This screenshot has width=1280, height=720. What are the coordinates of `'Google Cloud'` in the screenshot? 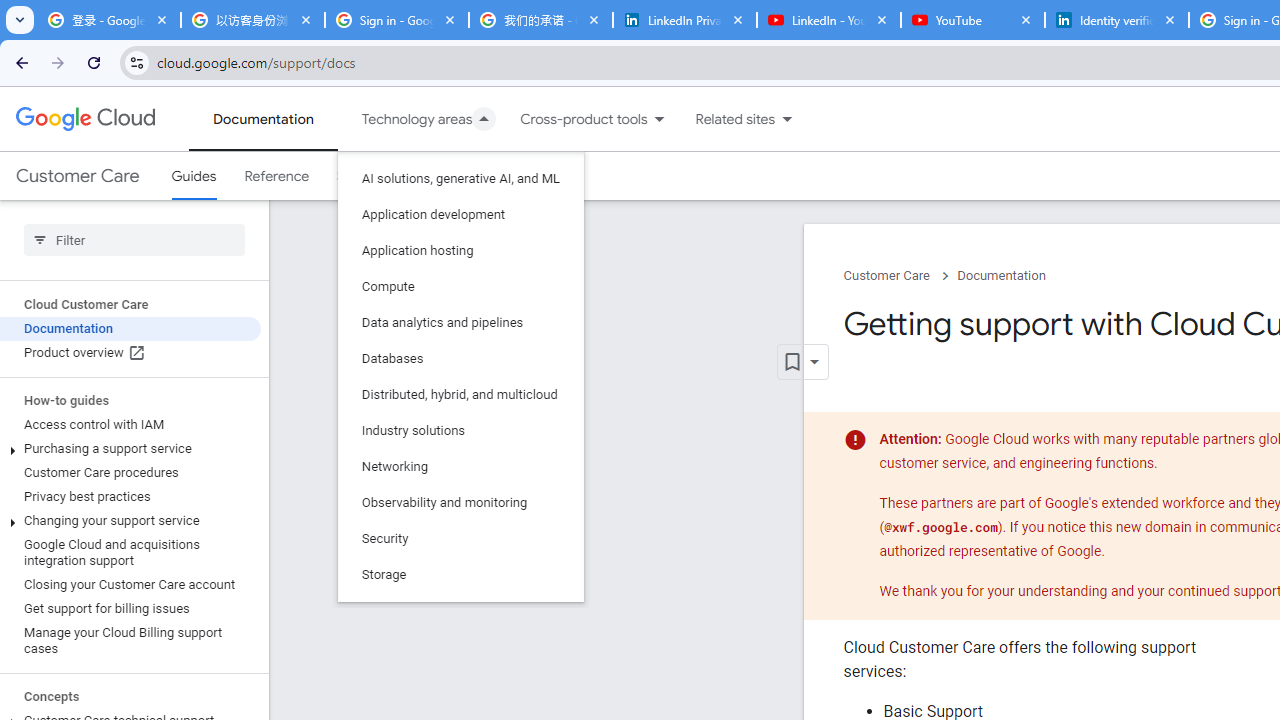 It's located at (84, 119).